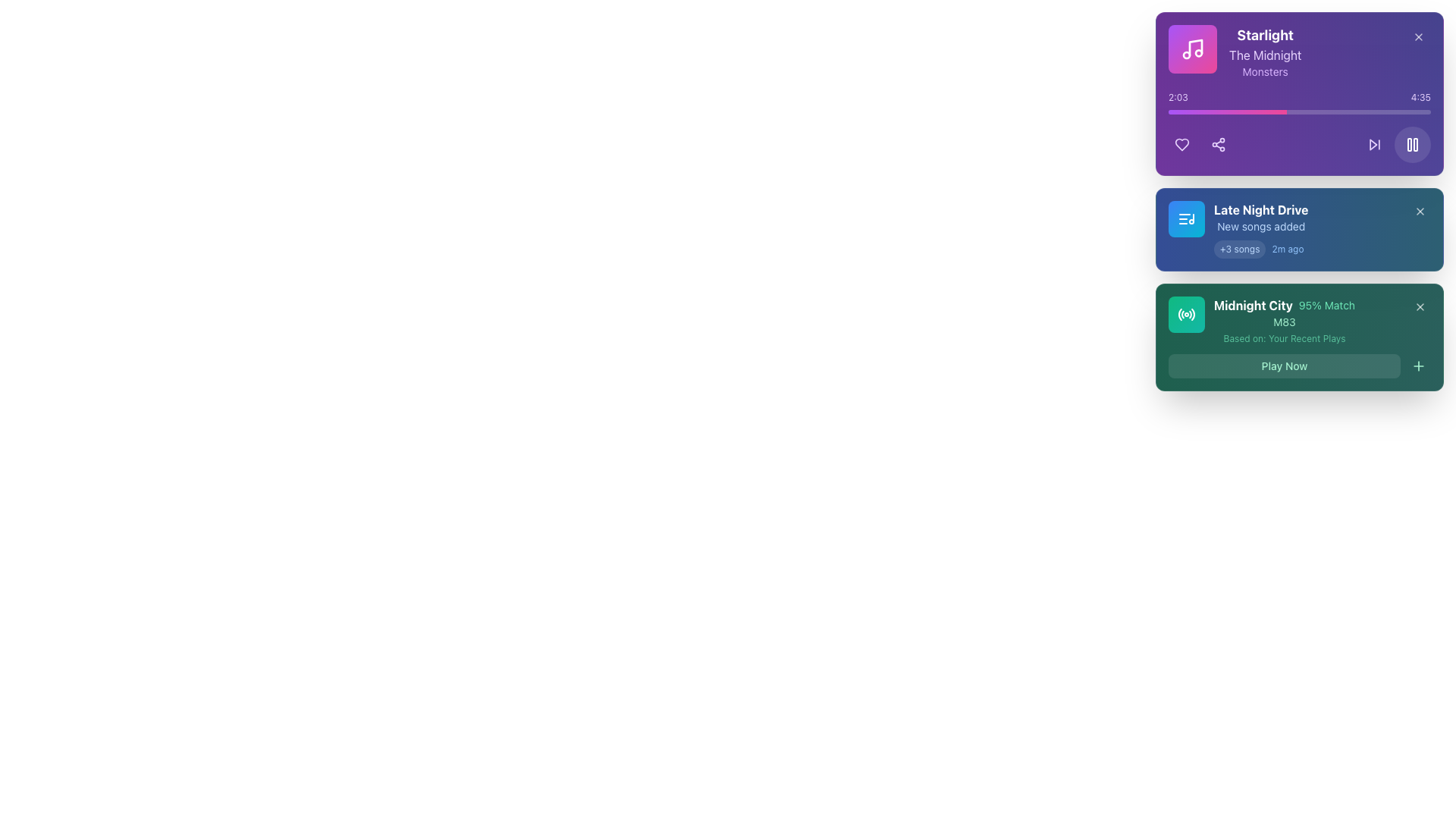  Describe the element at coordinates (1181, 145) in the screenshot. I see `the purple heart outline button indicating a 'like' action located in the bottom-left corner of the first card` at that location.